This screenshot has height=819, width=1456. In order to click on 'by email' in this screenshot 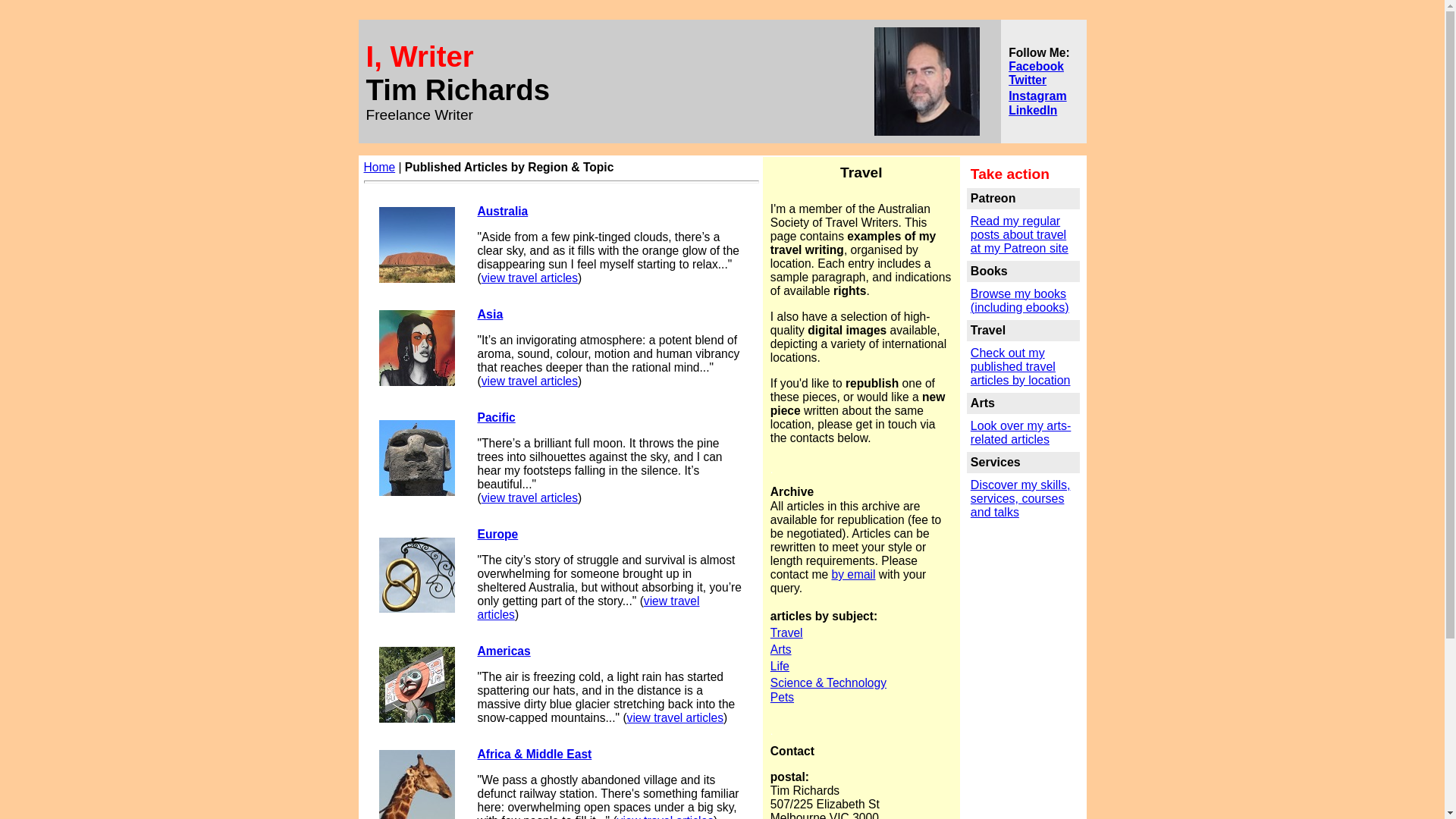, I will do `click(852, 574)`.